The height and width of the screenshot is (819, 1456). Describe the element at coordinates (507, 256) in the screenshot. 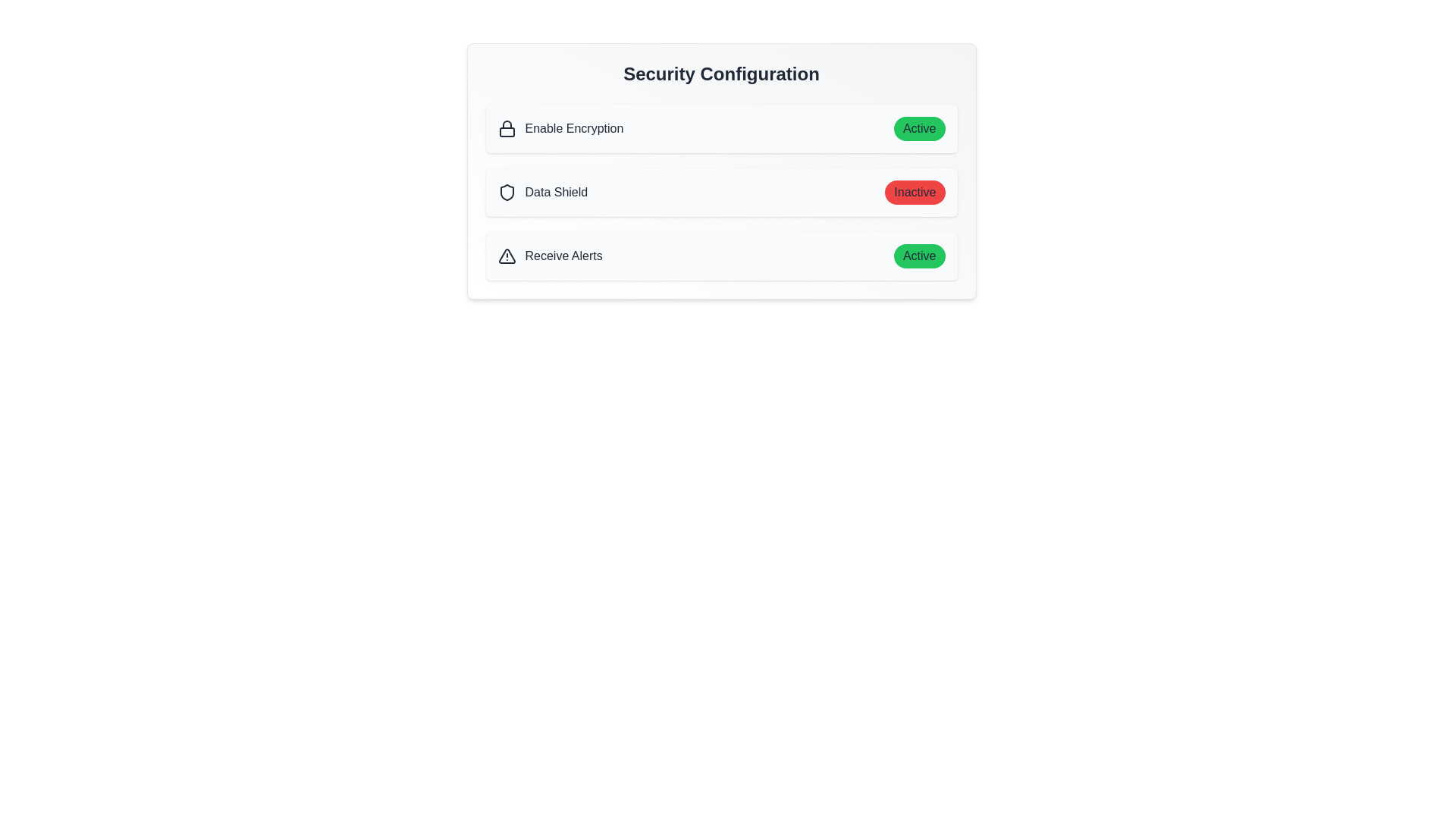

I see `the warning or alert icon located next to the 'Receive Alerts' text, which is the third icon in a horizontal layout, indicating an important message` at that location.